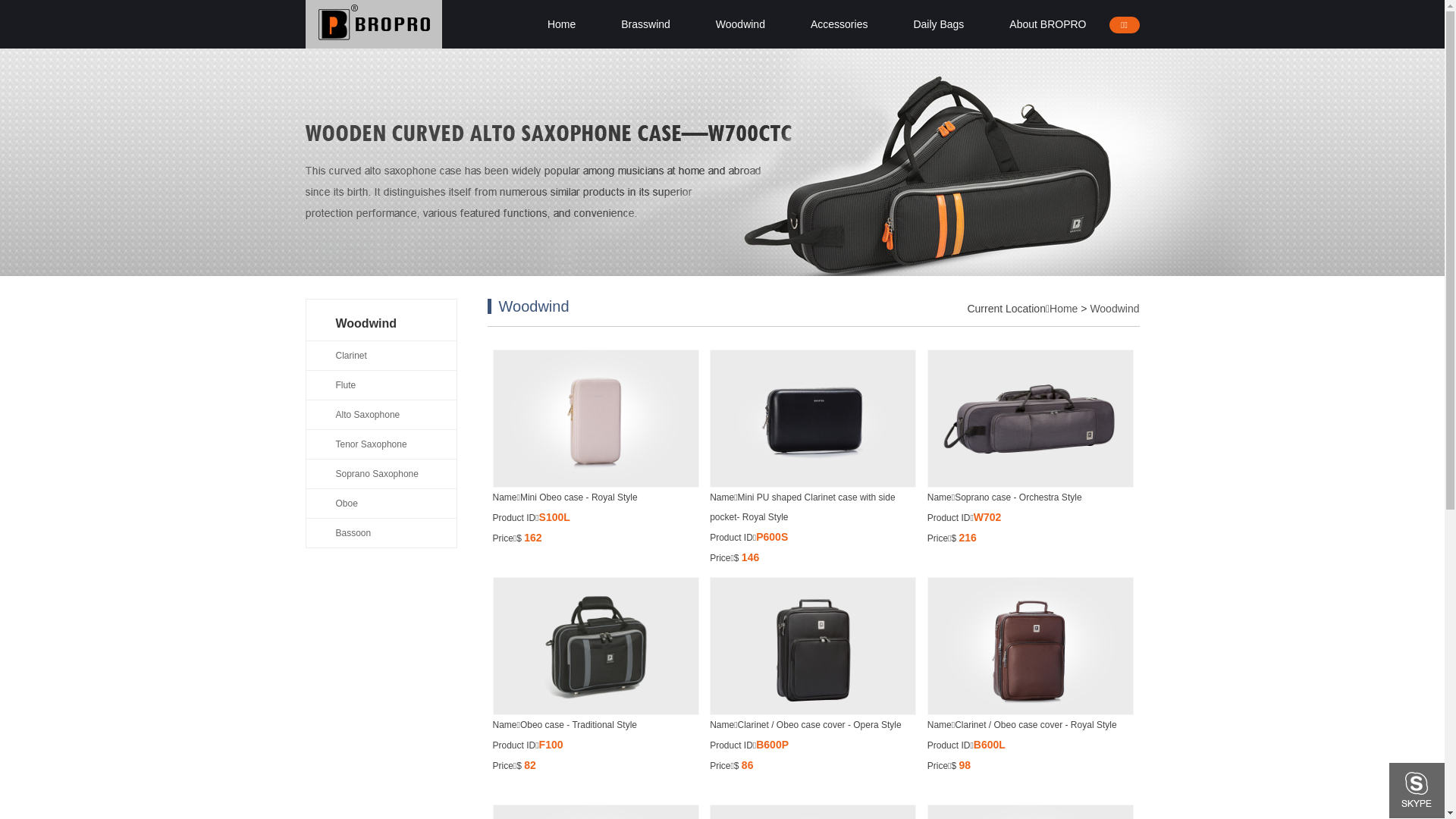 This screenshot has width=1456, height=819. What do you see at coordinates (304, 414) in the screenshot?
I see `'Alto Saxophone'` at bounding box center [304, 414].